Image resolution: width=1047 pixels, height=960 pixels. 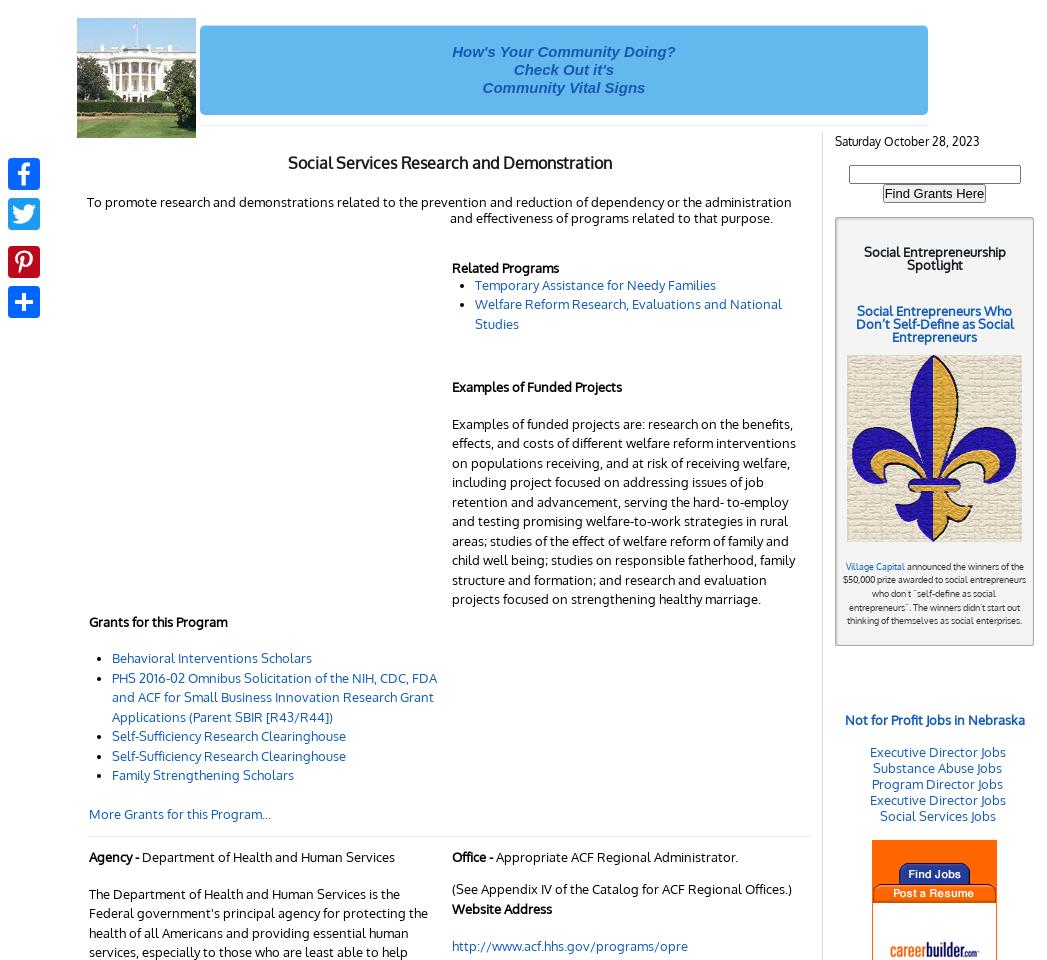 What do you see at coordinates (907, 140) in the screenshot?
I see `'Saturday October 28, 2023'` at bounding box center [907, 140].